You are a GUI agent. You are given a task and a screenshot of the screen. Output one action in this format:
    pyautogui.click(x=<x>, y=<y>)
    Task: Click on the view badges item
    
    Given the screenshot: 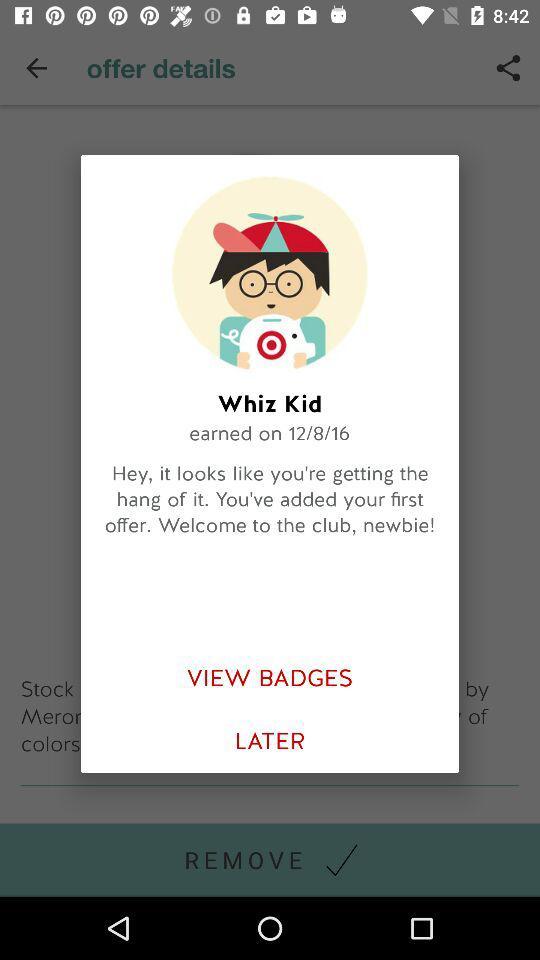 What is the action you would take?
    pyautogui.click(x=270, y=678)
    